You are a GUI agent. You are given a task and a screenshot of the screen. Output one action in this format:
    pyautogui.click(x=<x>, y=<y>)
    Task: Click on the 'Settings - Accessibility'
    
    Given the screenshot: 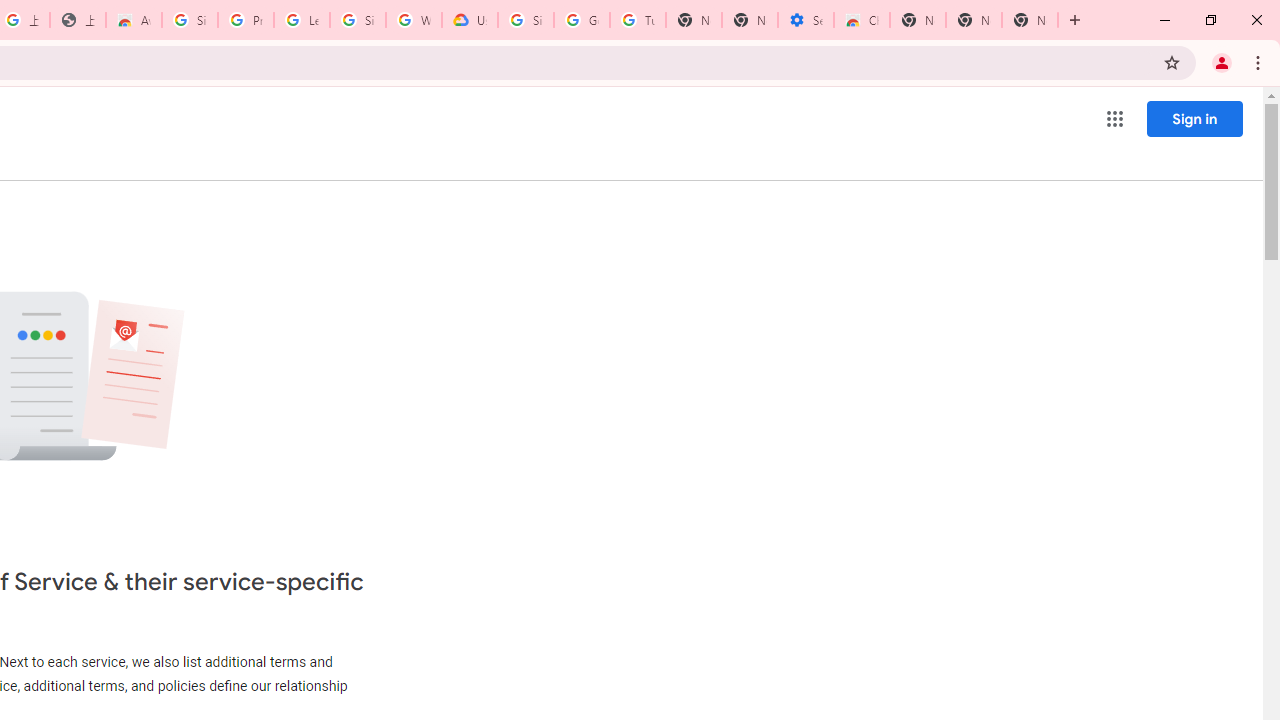 What is the action you would take?
    pyautogui.click(x=806, y=20)
    